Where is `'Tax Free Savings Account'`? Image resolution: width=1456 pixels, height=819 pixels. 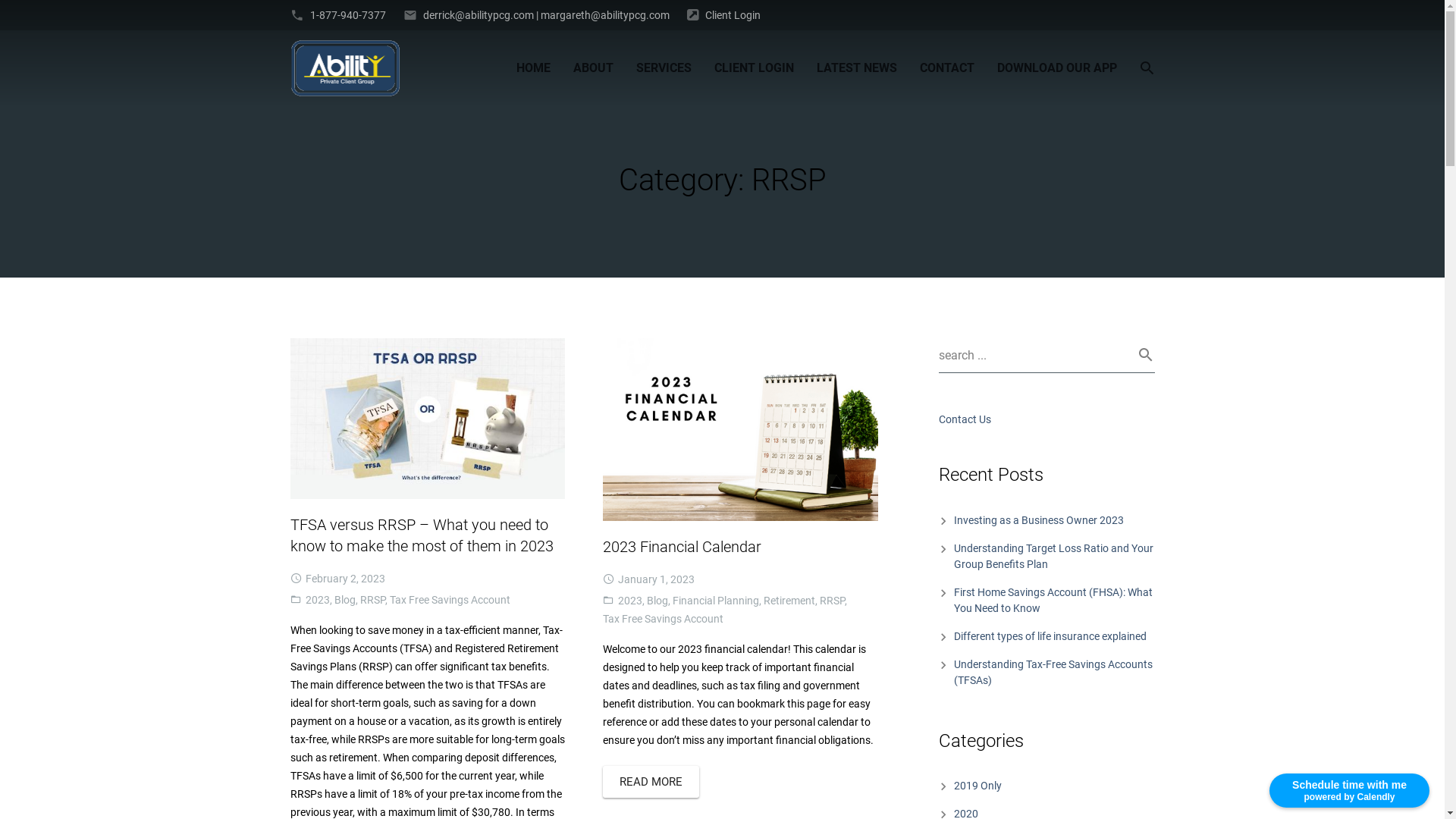
'Tax Free Savings Account' is located at coordinates (449, 598).